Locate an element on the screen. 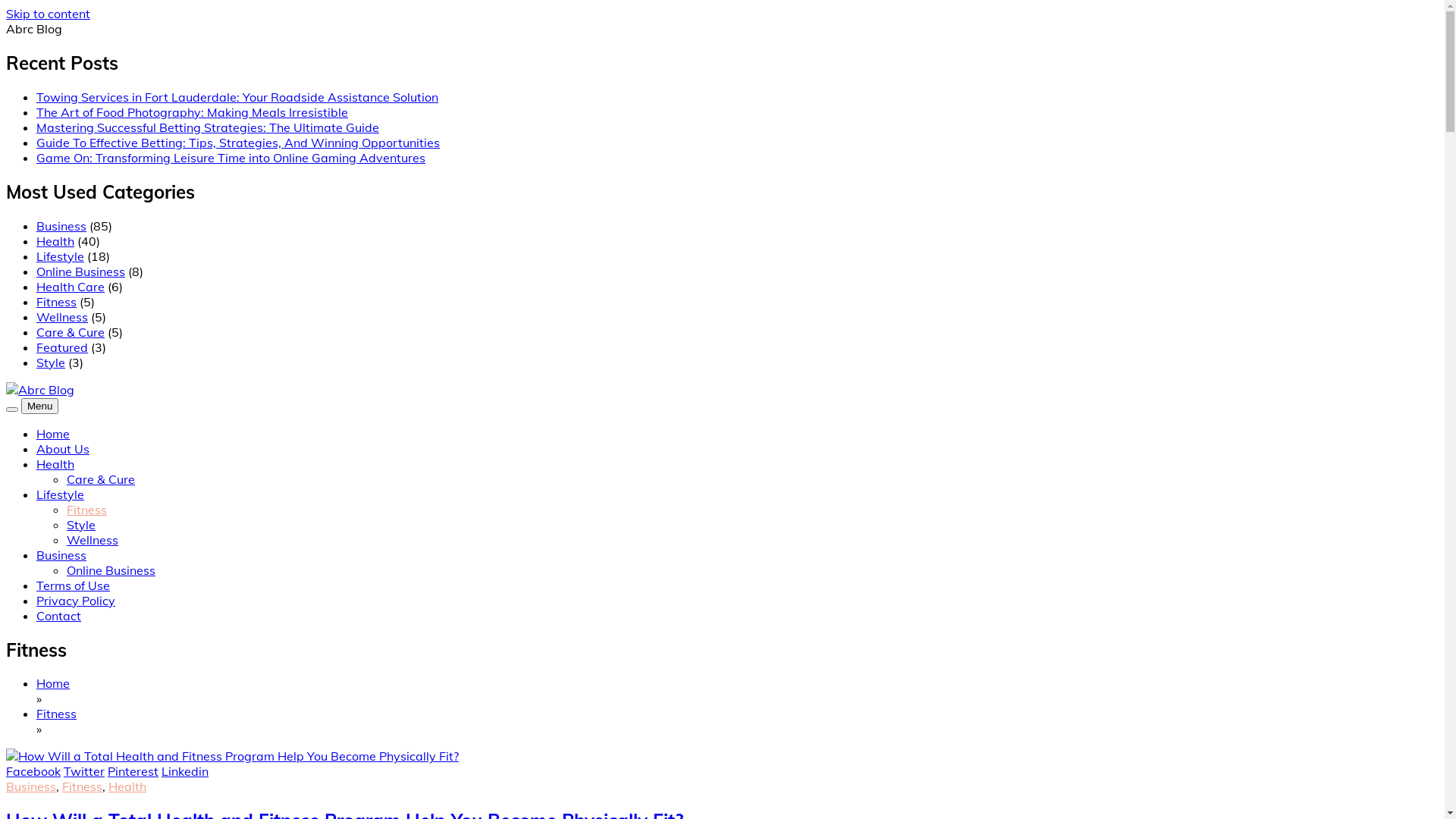 Image resolution: width=1456 pixels, height=819 pixels. 'Terms of Use' is located at coordinates (72, 584).